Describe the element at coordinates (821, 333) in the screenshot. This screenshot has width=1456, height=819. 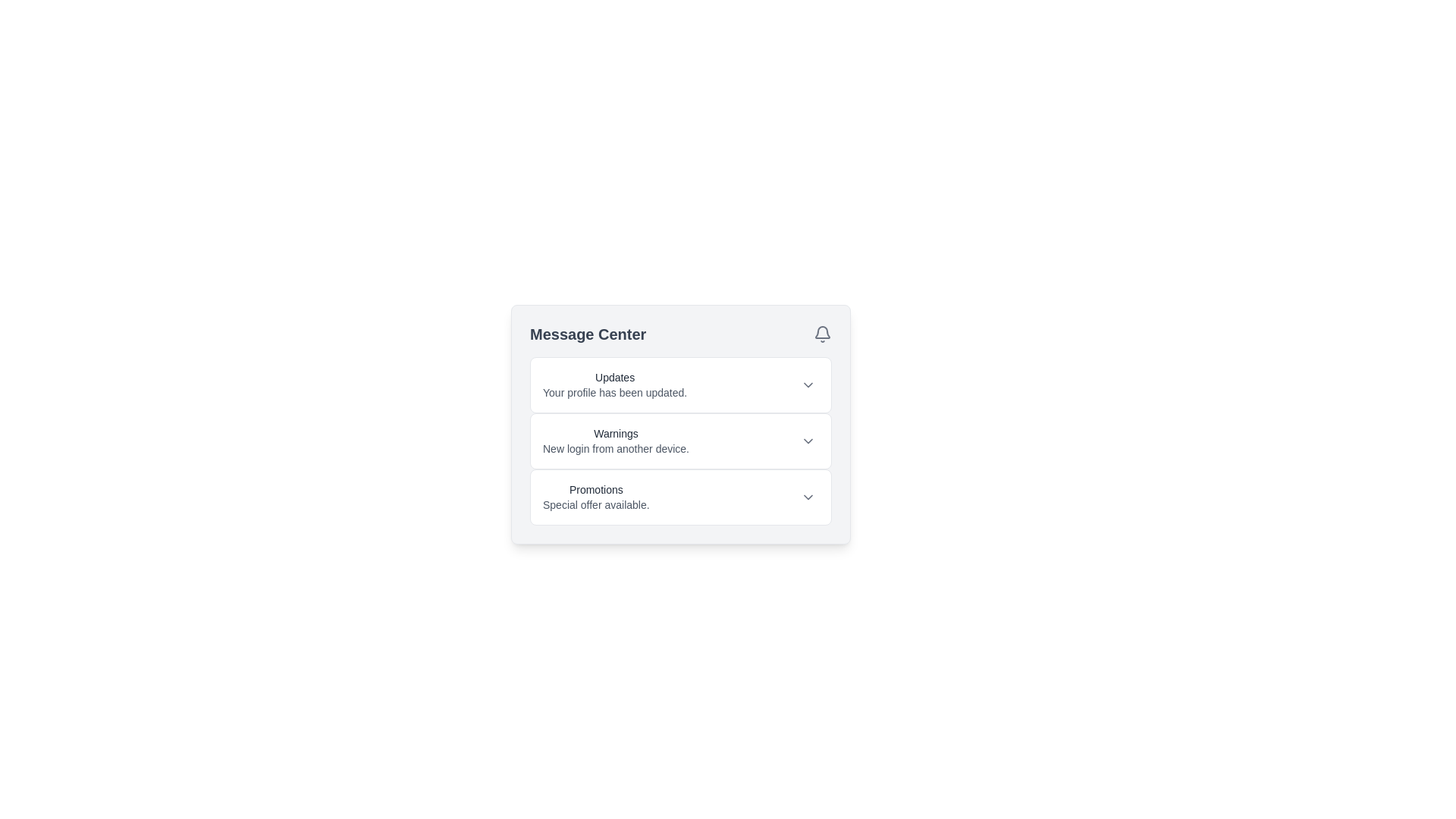
I see `Notification icon (bell icon) located in the top-right corner of the header section, adjacent to the 'Message Center' text, as part of the visual layout` at that location.